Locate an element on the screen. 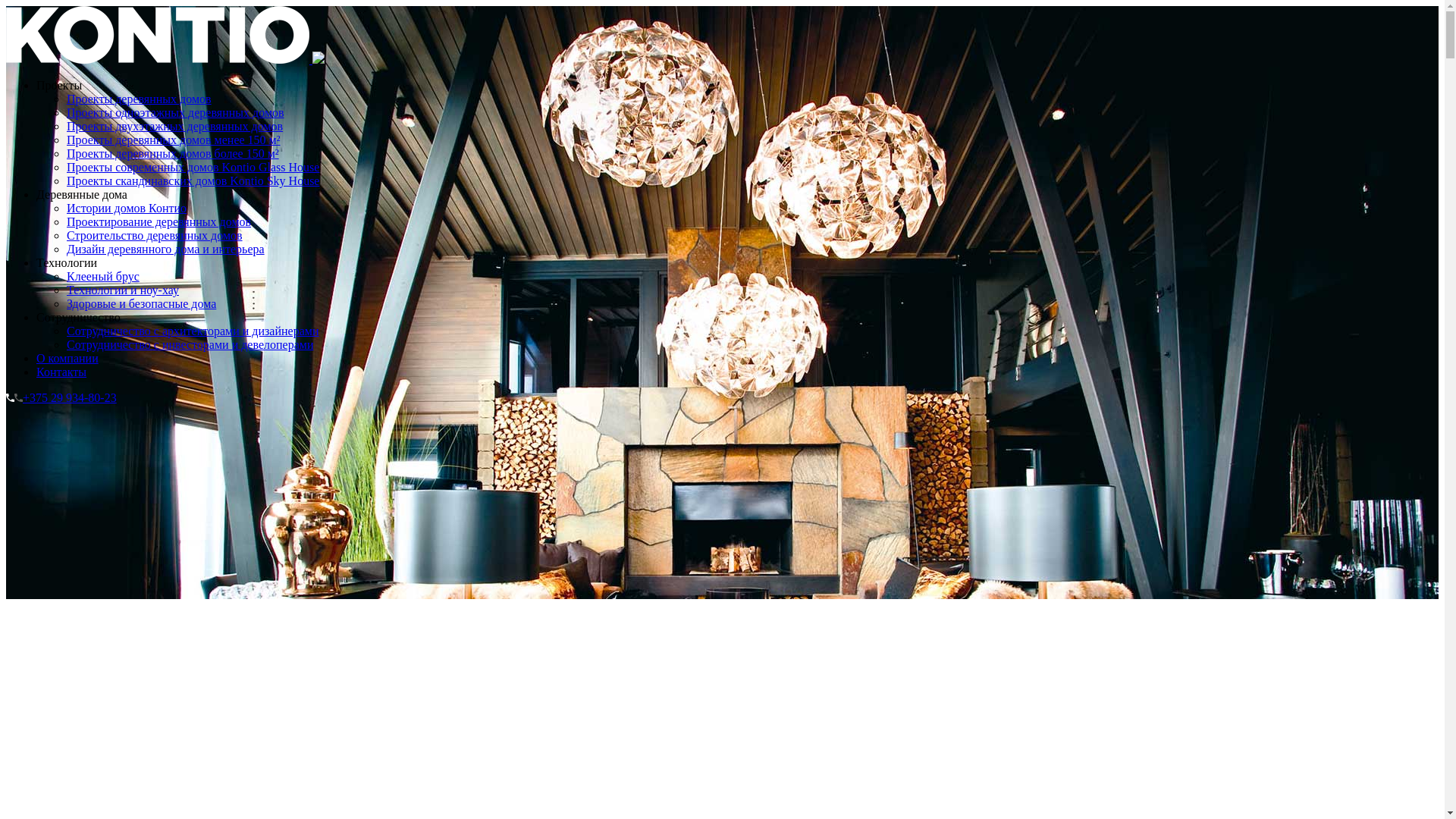 The height and width of the screenshot is (819, 1456). '+375 29 934-80-23' is located at coordinates (6, 397).